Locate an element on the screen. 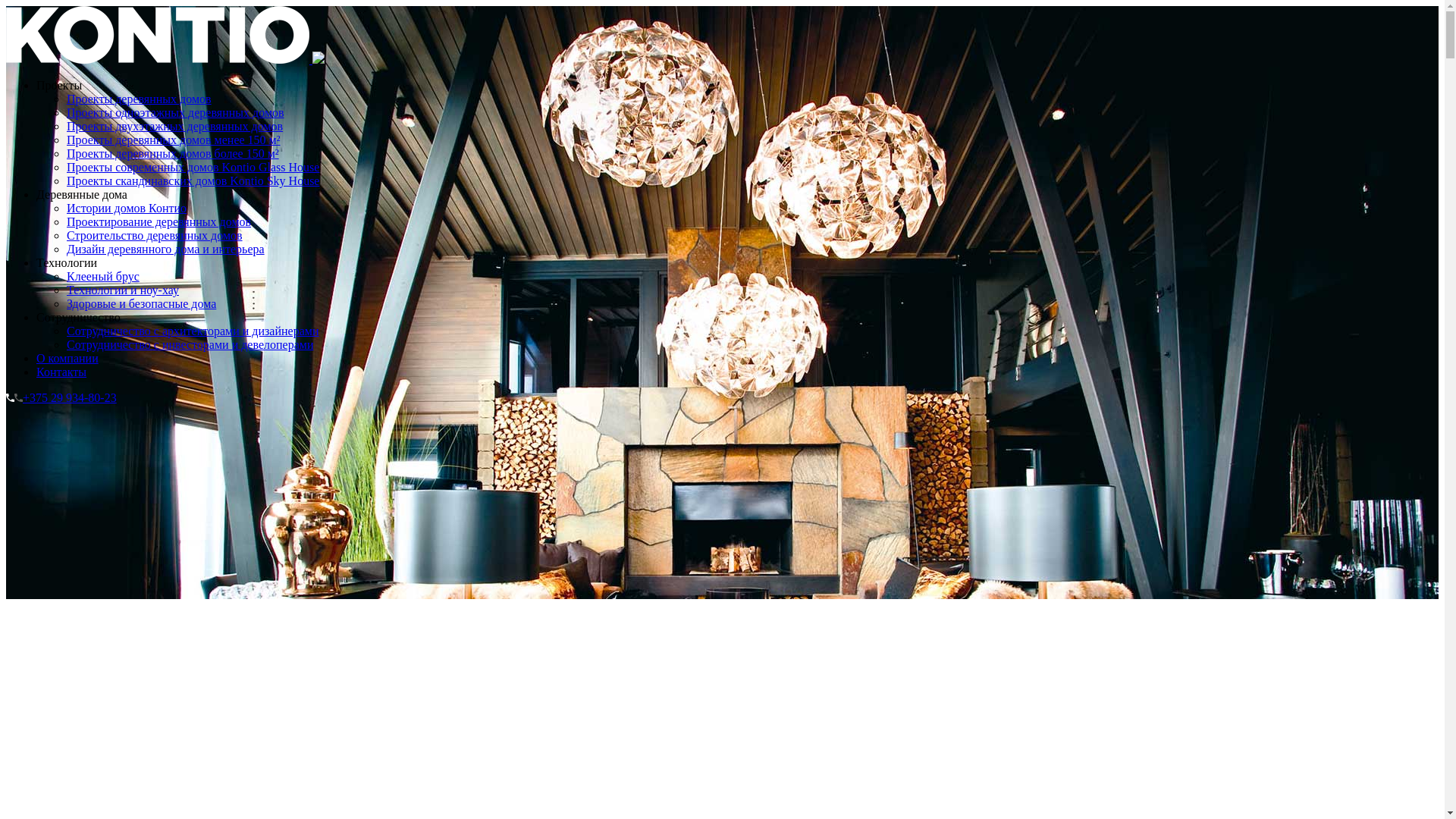 The height and width of the screenshot is (819, 1456). '+375 29 934-80-23' is located at coordinates (6, 397).